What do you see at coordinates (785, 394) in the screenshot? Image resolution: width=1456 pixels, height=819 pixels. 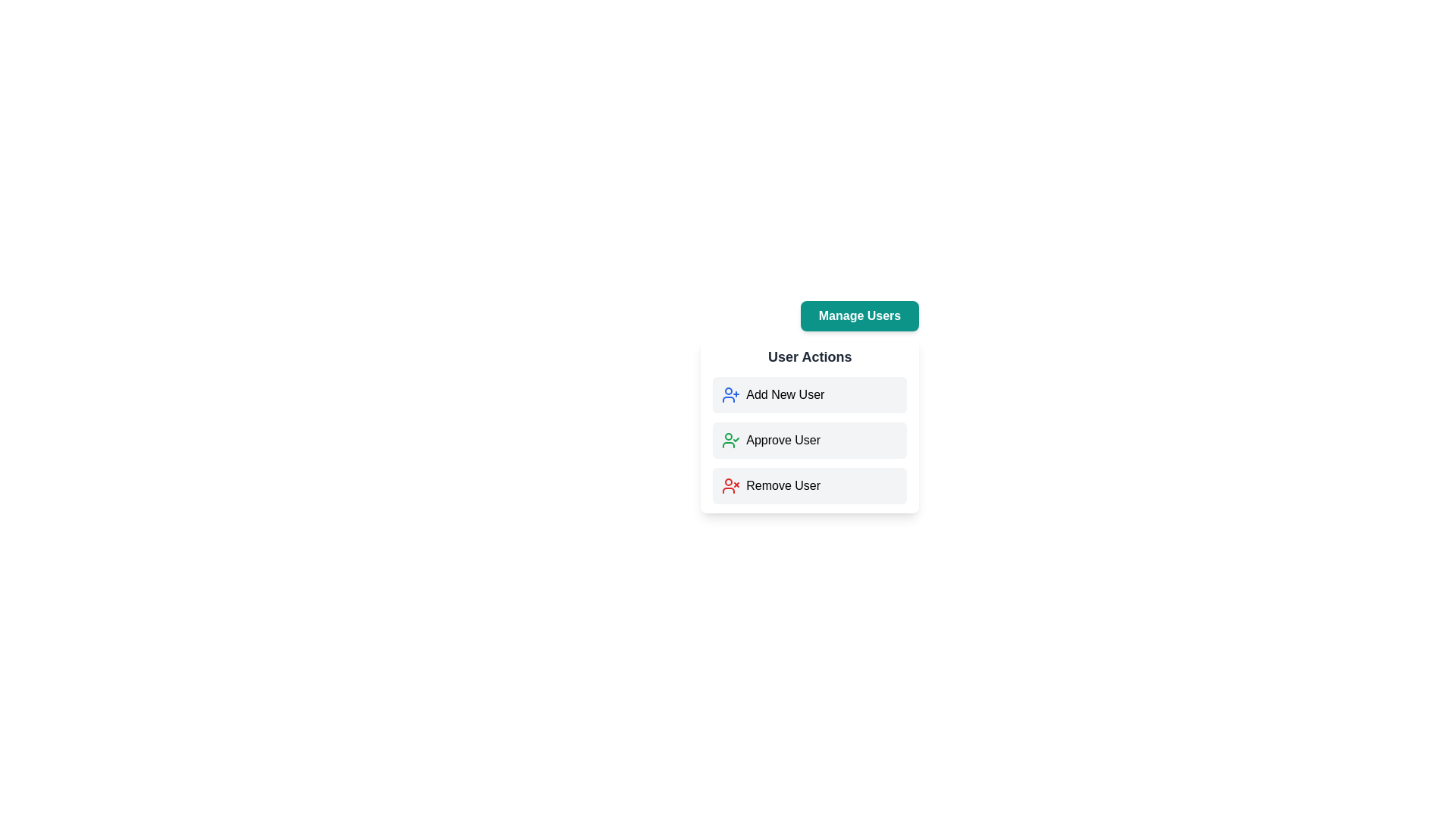 I see `text label displaying 'Add New User' located in the 'User Actions' section of the menu card` at bounding box center [785, 394].